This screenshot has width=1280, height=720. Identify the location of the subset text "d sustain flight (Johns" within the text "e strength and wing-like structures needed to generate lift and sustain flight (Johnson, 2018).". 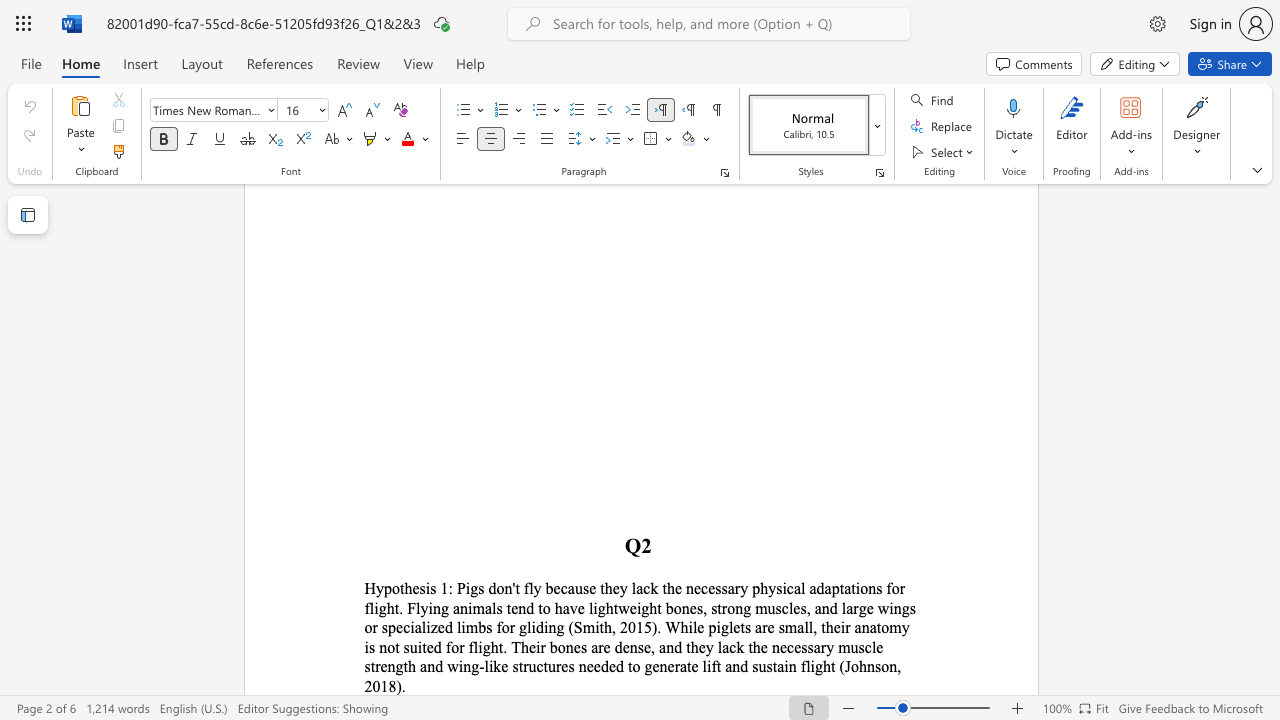
(739, 666).